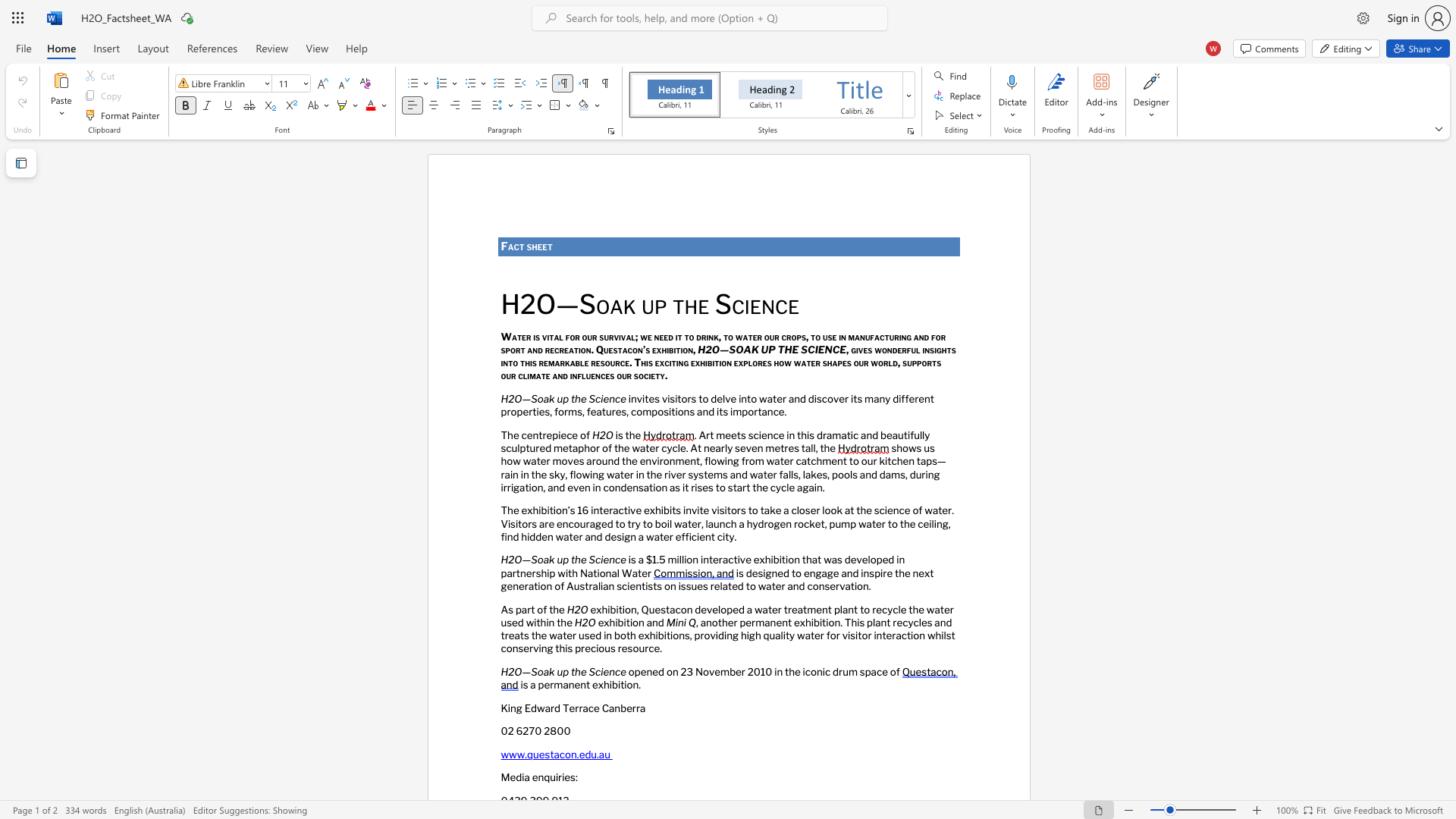  What do you see at coordinates (576, 375) in the screenshot?
I see `the subset text "fluences our s" within the text "and influences our society."` at bounding box center [576, 375].